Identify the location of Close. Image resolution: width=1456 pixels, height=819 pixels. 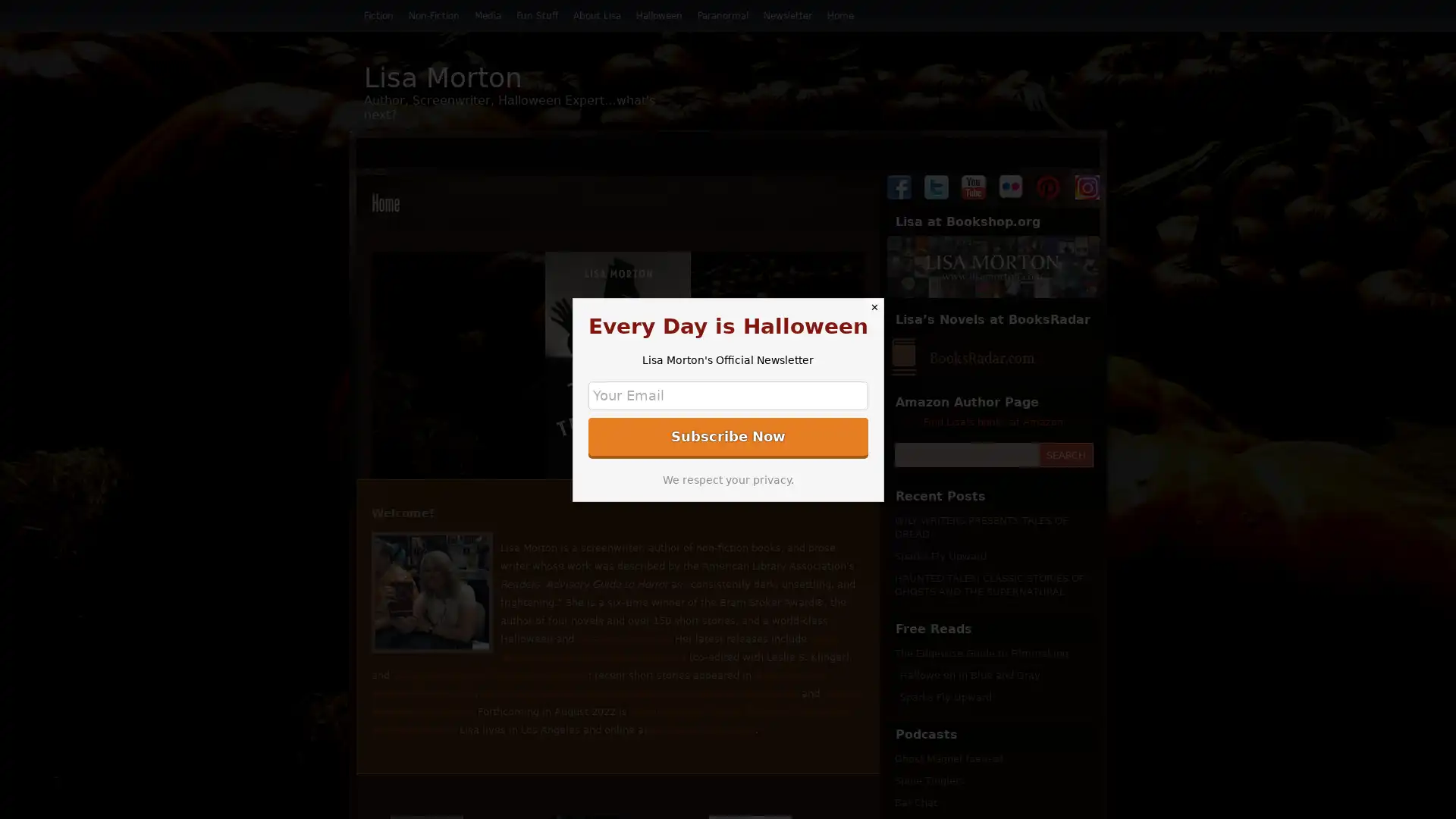
(874, 307).